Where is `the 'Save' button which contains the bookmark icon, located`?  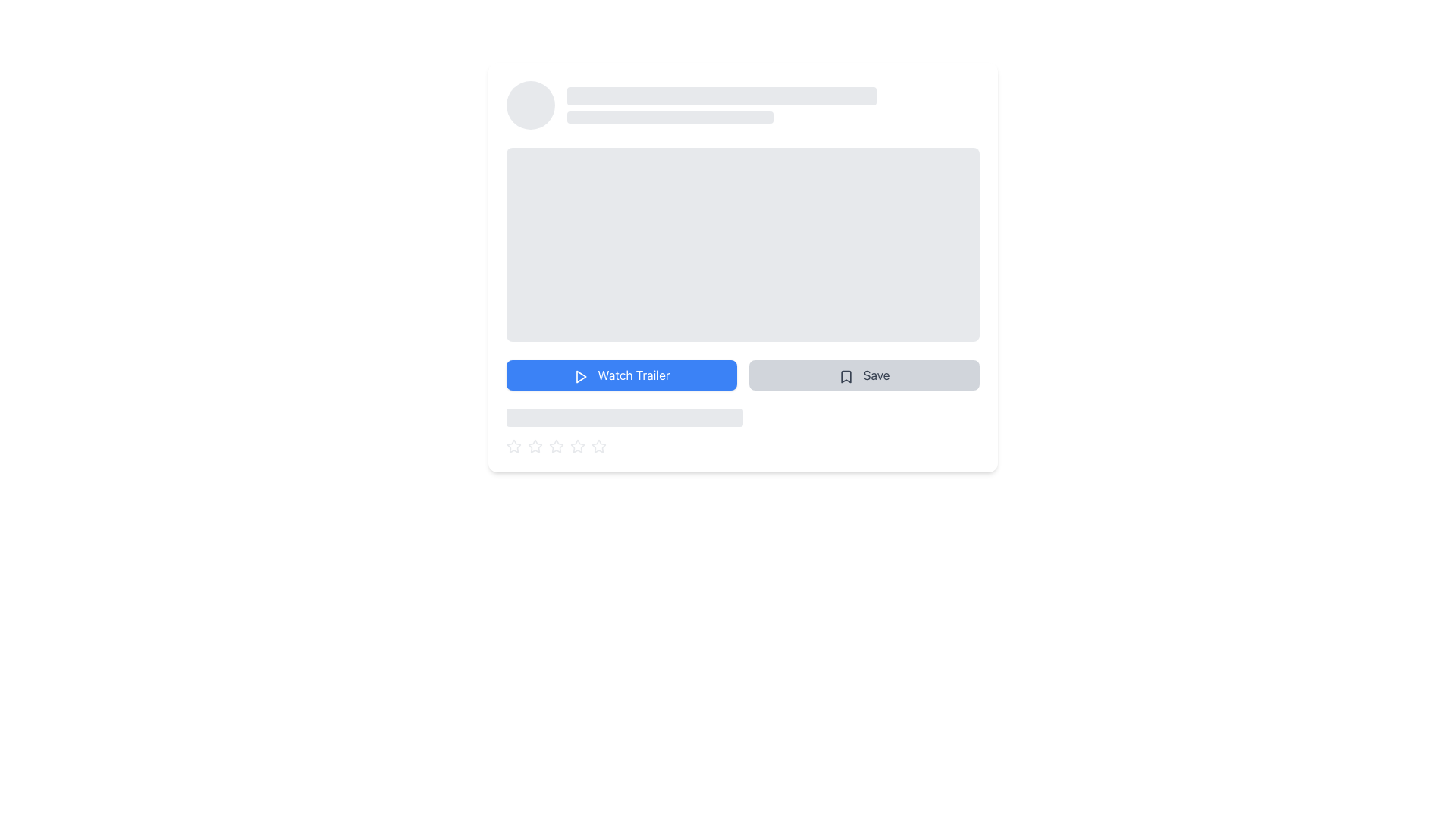
the 'Save' button which contains the bookmark icon, located is located at coordinates (846, 375).